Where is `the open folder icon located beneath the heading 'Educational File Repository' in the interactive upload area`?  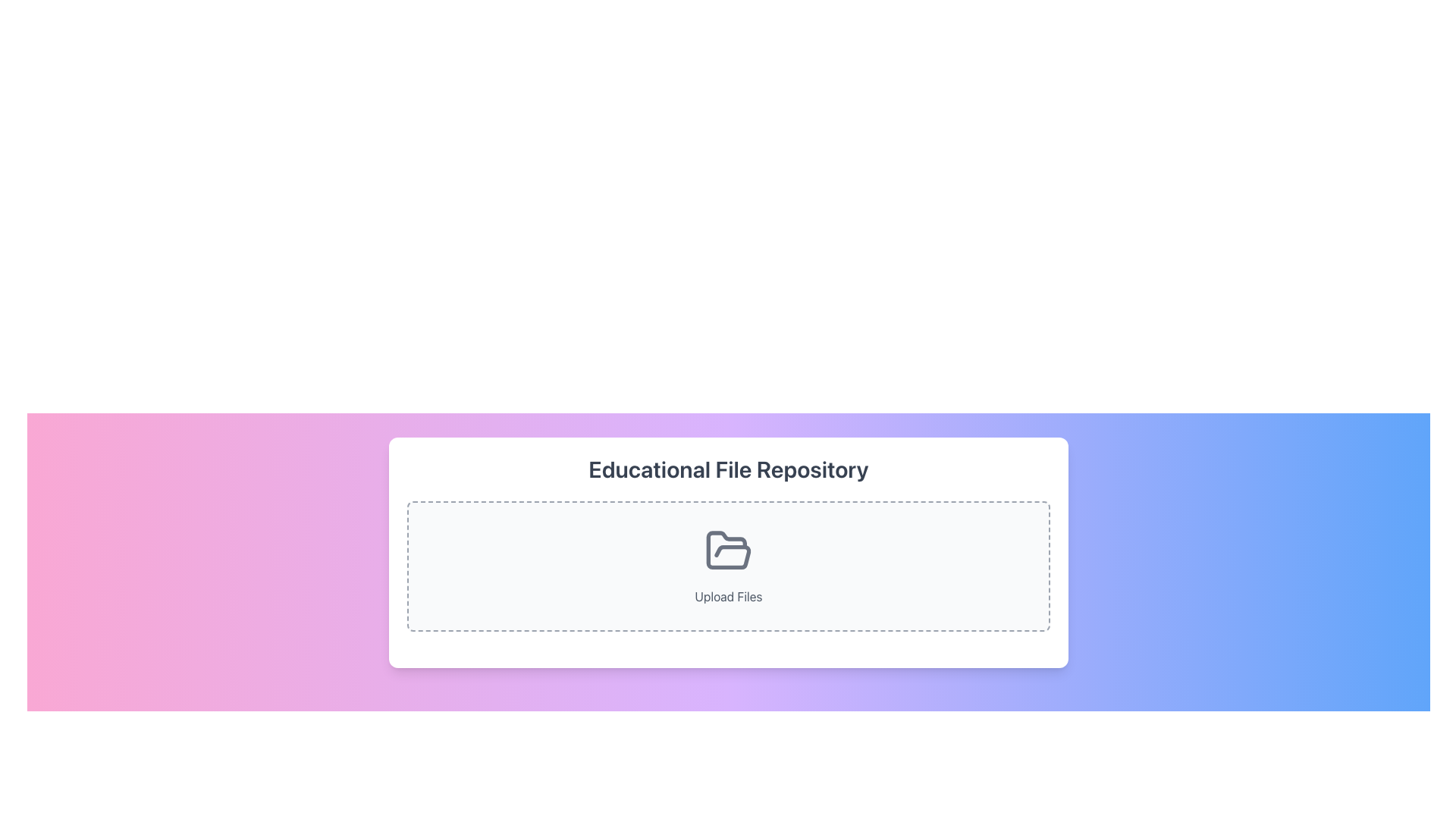 the open folder icon located beneath the heading 'Educational File Repository' in the interactive upload area is located at coordinates (728, 550).